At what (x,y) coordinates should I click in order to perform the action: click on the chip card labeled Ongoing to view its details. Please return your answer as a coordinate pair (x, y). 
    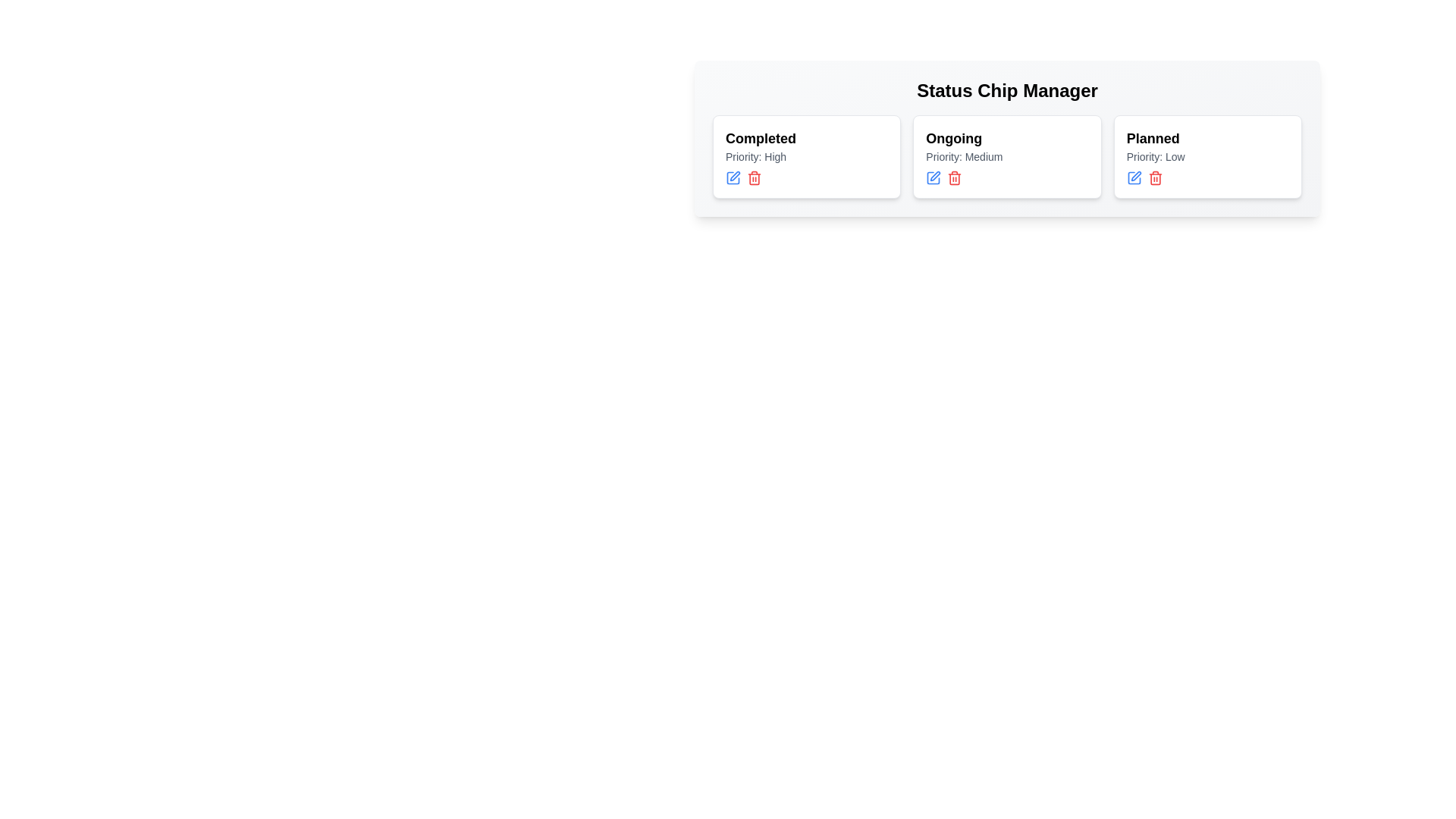
    Looking at the image, I should click on (1007, 157).